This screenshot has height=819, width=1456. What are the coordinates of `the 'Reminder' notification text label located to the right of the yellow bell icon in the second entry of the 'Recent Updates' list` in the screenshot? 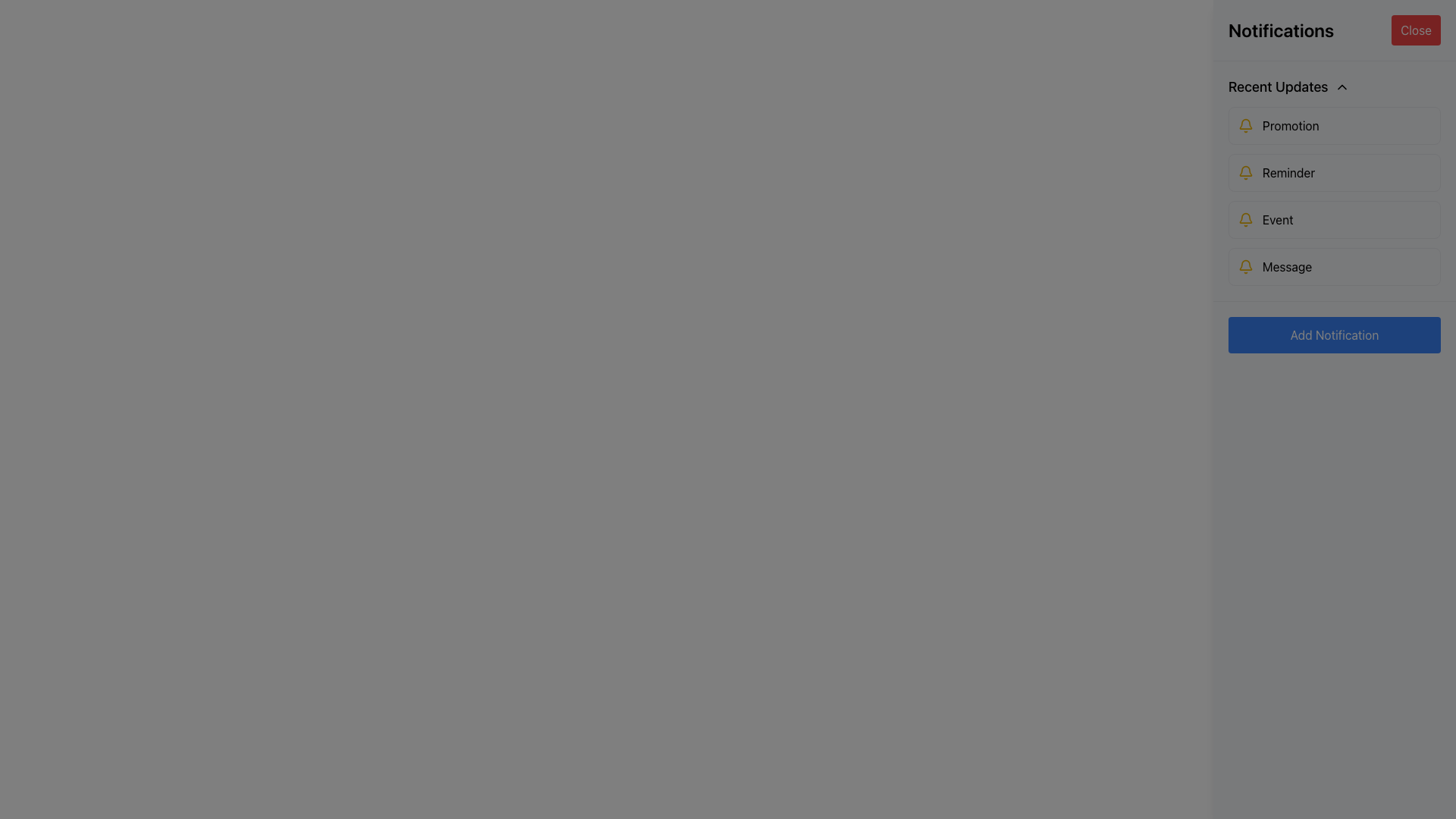 It's located at (1288, 171).